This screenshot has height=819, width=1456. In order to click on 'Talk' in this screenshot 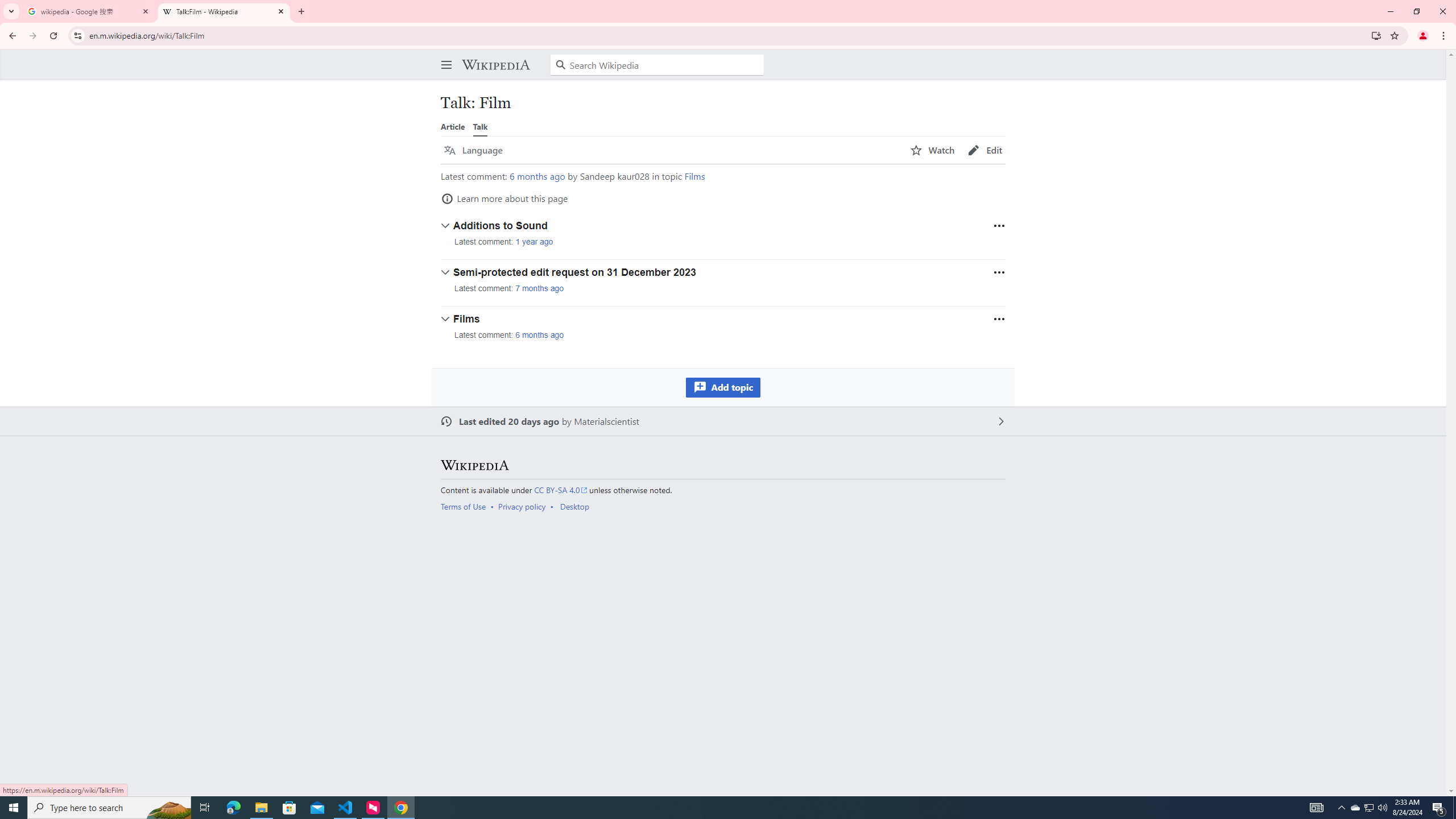, I will do `click(479, 126)`.